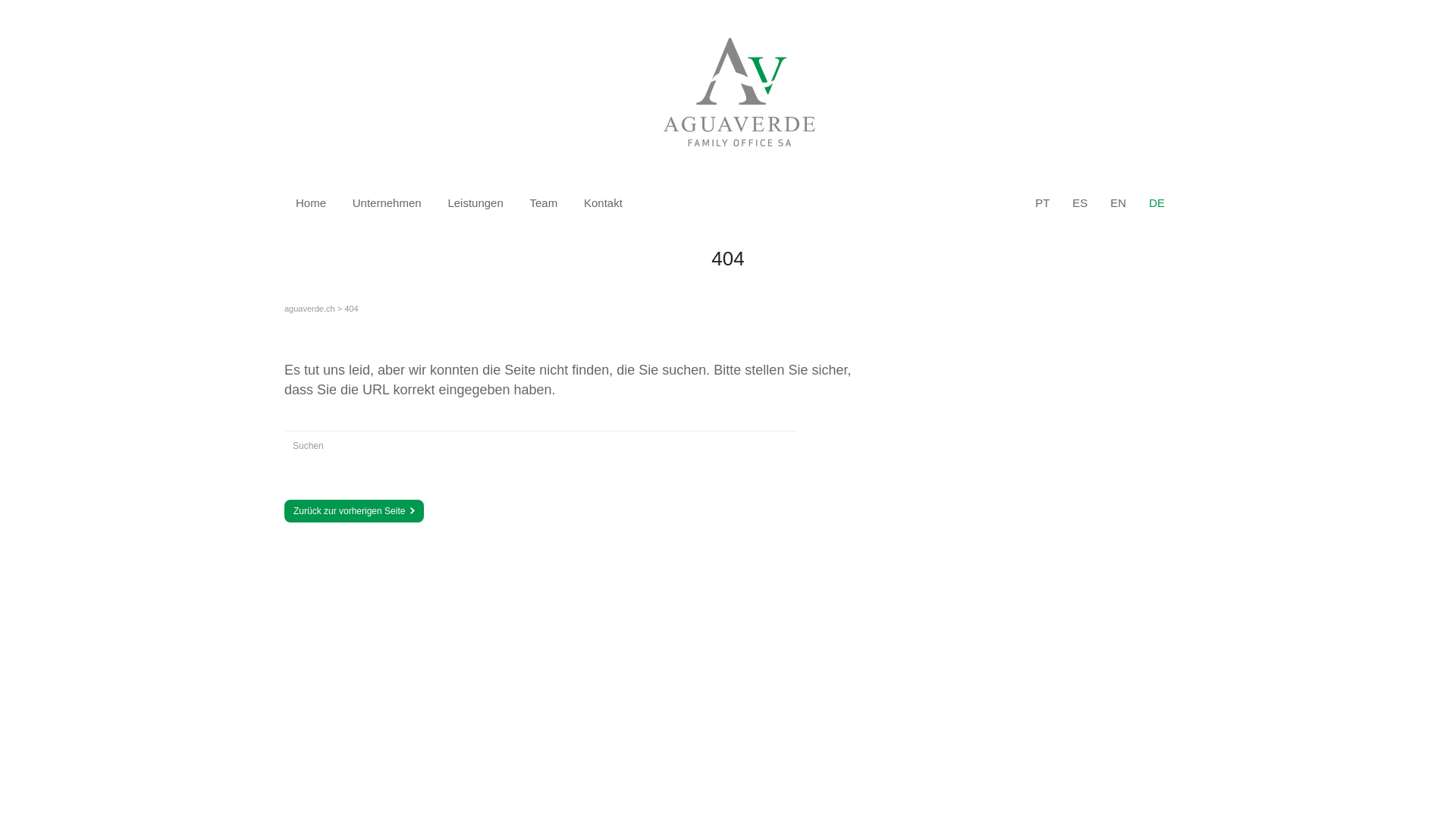 The width and height of the screenshot is (1456, 819). Describe the element at coordinates (602, 202) in the screenshot. I see `'Kontakt'` at that location.